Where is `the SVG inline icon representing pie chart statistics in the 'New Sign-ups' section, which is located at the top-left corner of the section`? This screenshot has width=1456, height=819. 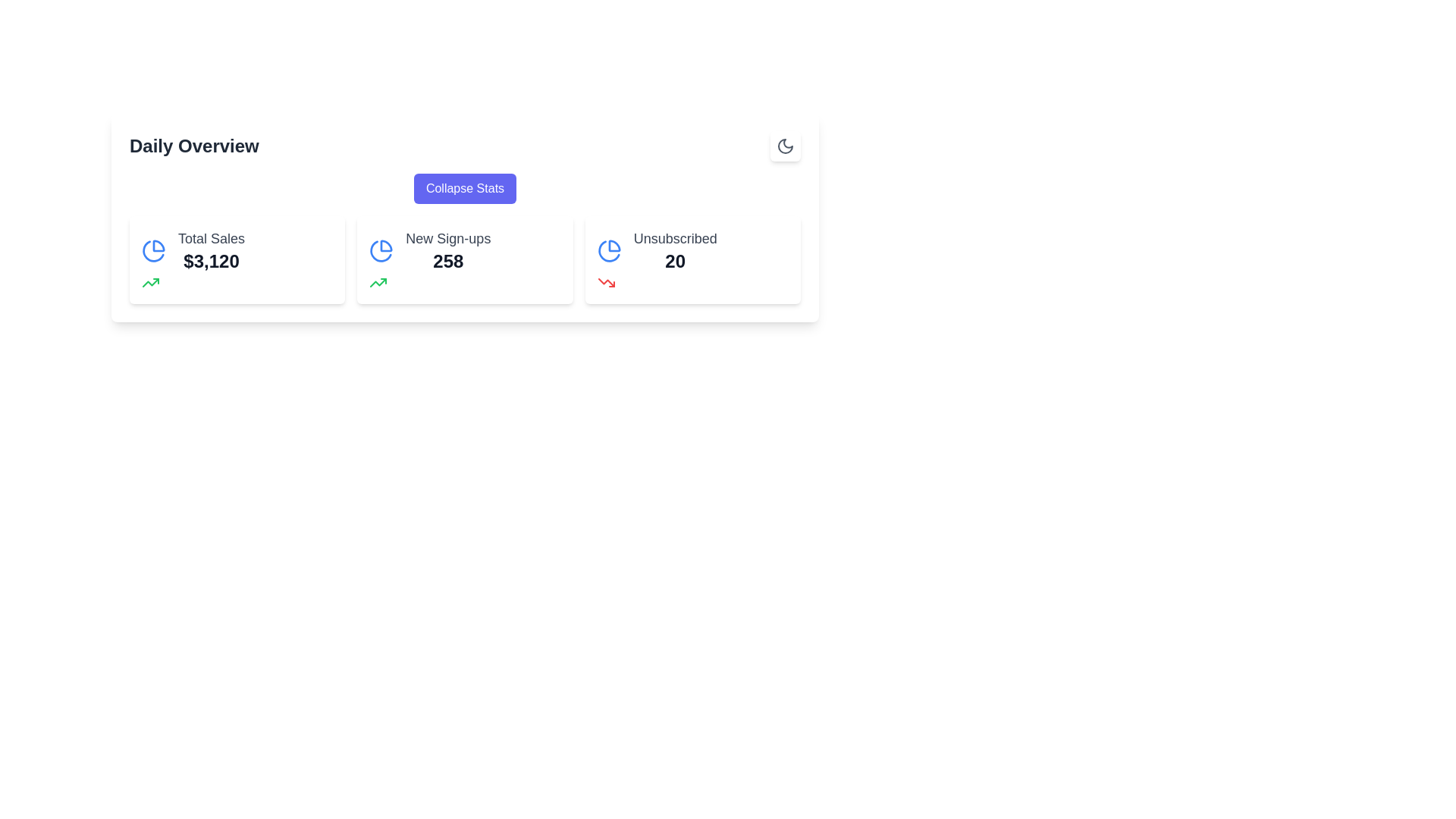 the SVG inline icon representing pie chart statistics in the 'New Sign-ups' section, which is located at the top-left corner of the section is located at coordinates (381, 250).